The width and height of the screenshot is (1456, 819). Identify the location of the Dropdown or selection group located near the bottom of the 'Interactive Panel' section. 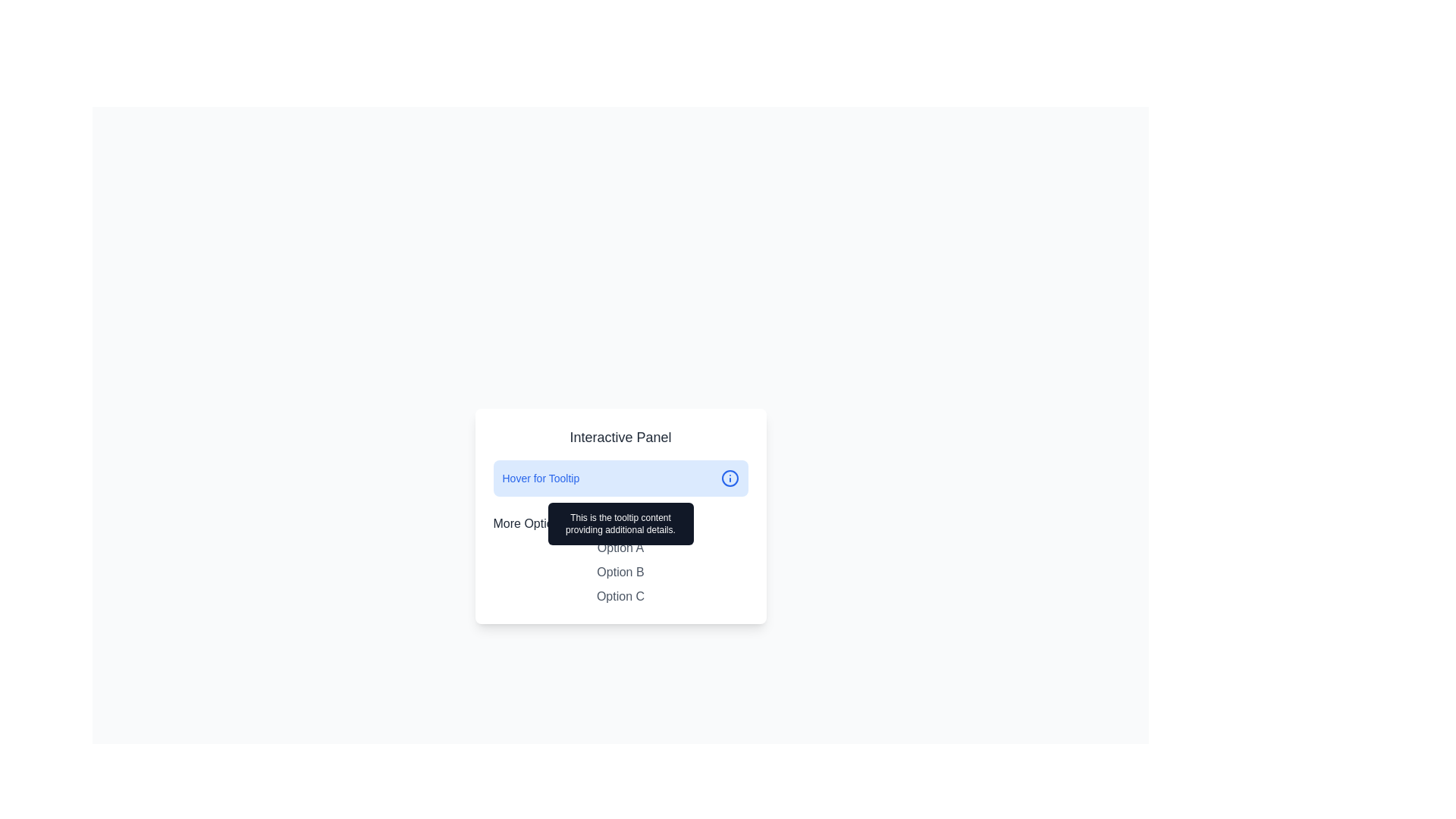
(620, 560).